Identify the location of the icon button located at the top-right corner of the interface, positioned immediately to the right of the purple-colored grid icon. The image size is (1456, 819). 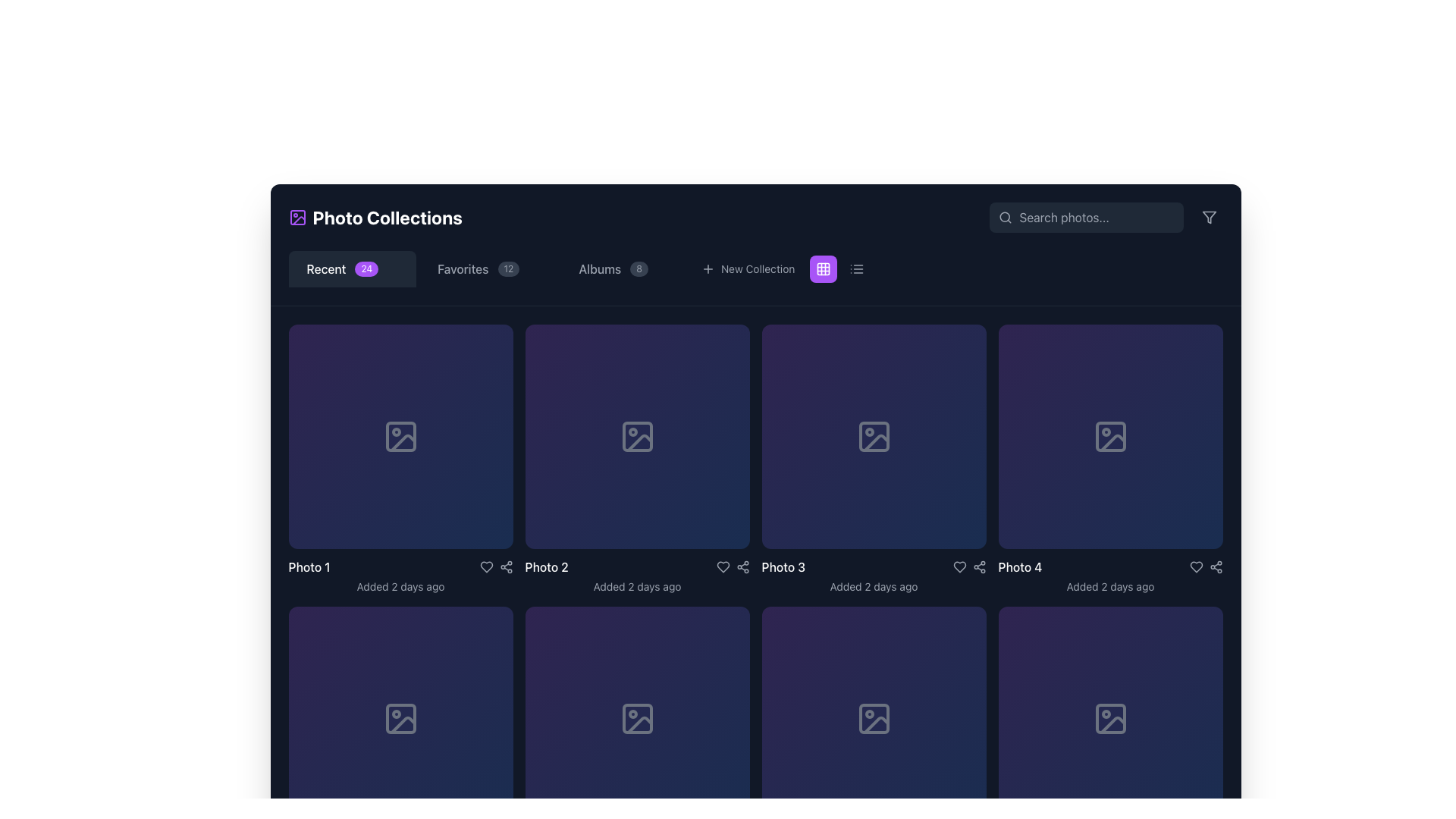
(857, 268).